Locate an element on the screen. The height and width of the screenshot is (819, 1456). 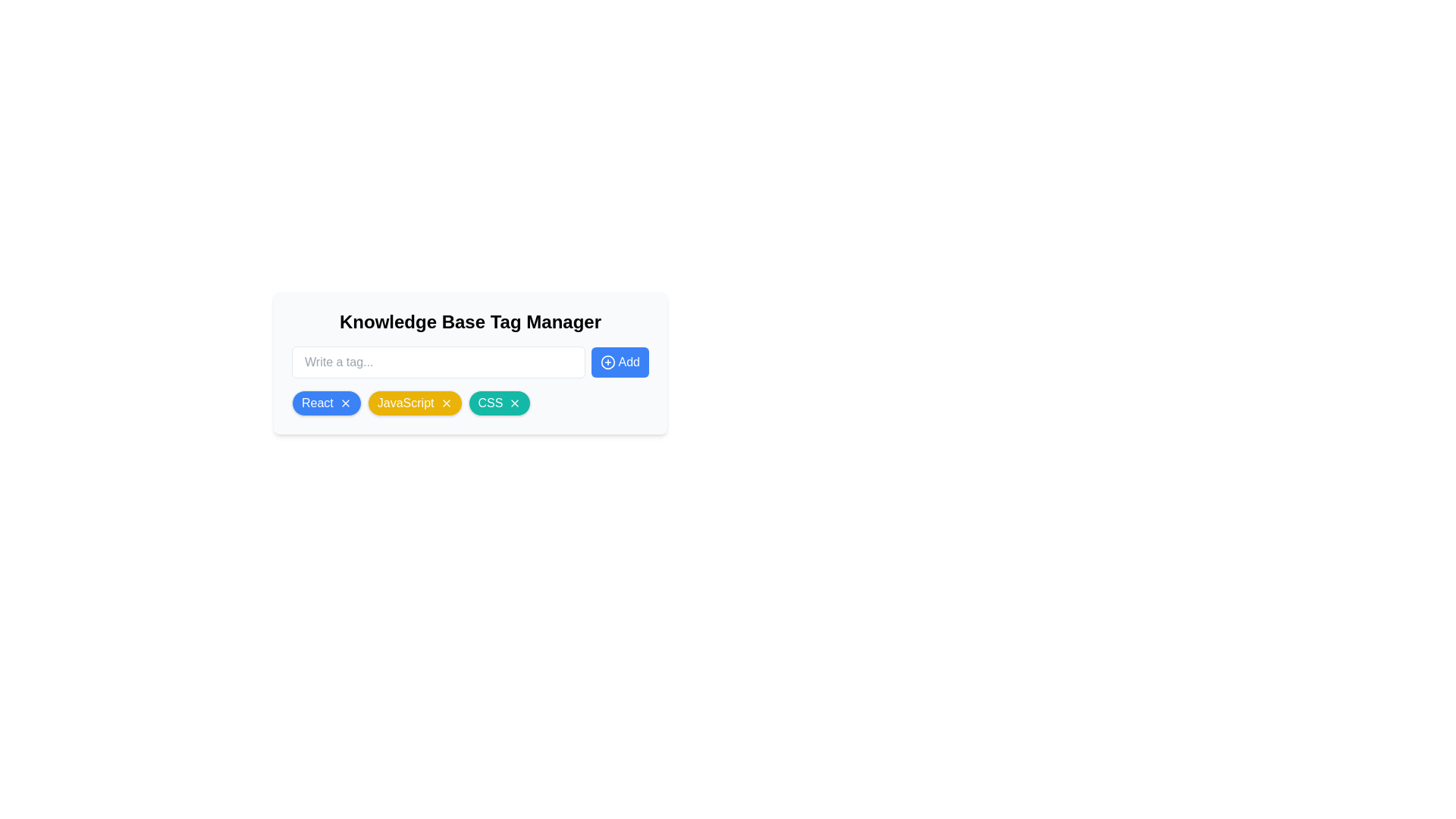
the text label 'React' displayed in white color on a blue rounded pill-shaped background, which is the first element in the row of tags is located at coordinates (316, 403).